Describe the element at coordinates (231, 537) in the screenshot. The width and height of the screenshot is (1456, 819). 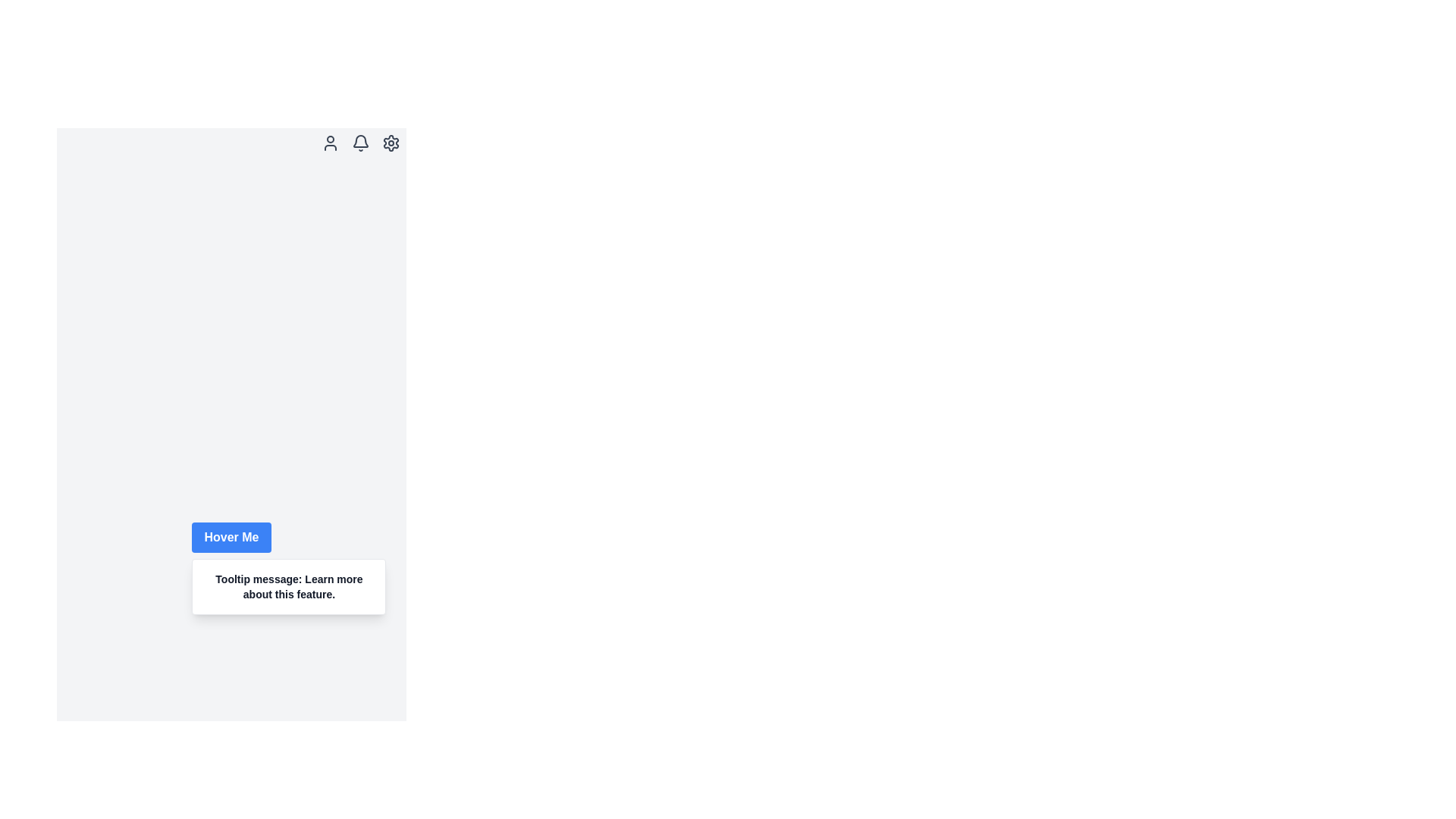
I see `the rectangular button with a blue background and white text that reads 'Hover Me', located in the bottom-left portion of the gray background interface` at that location.